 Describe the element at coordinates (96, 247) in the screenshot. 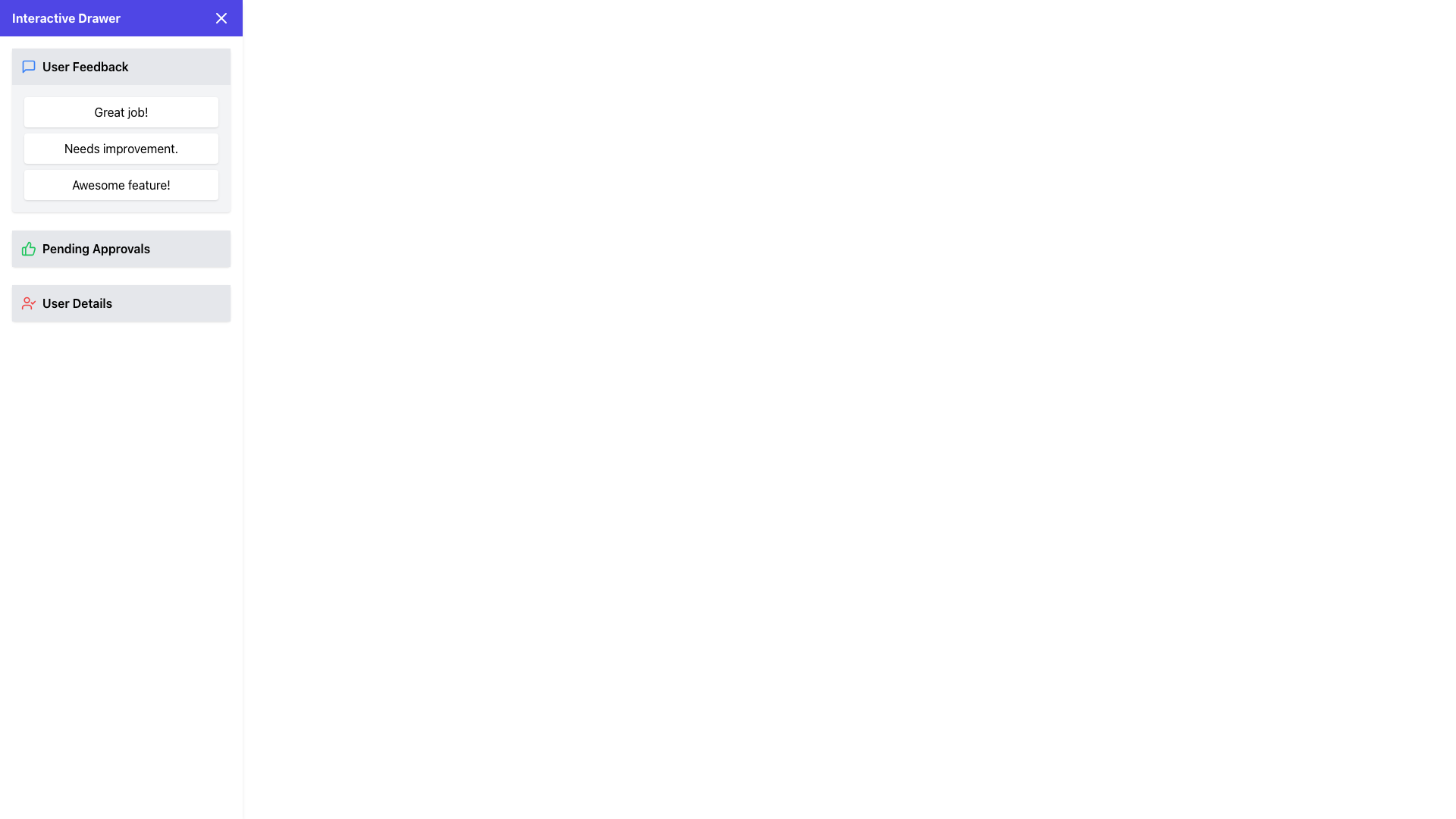

I see `the 'Pending Approvals' static text label located in the sidebar menu, positioned between 'User Feedback' and 'User Details'` at that location.